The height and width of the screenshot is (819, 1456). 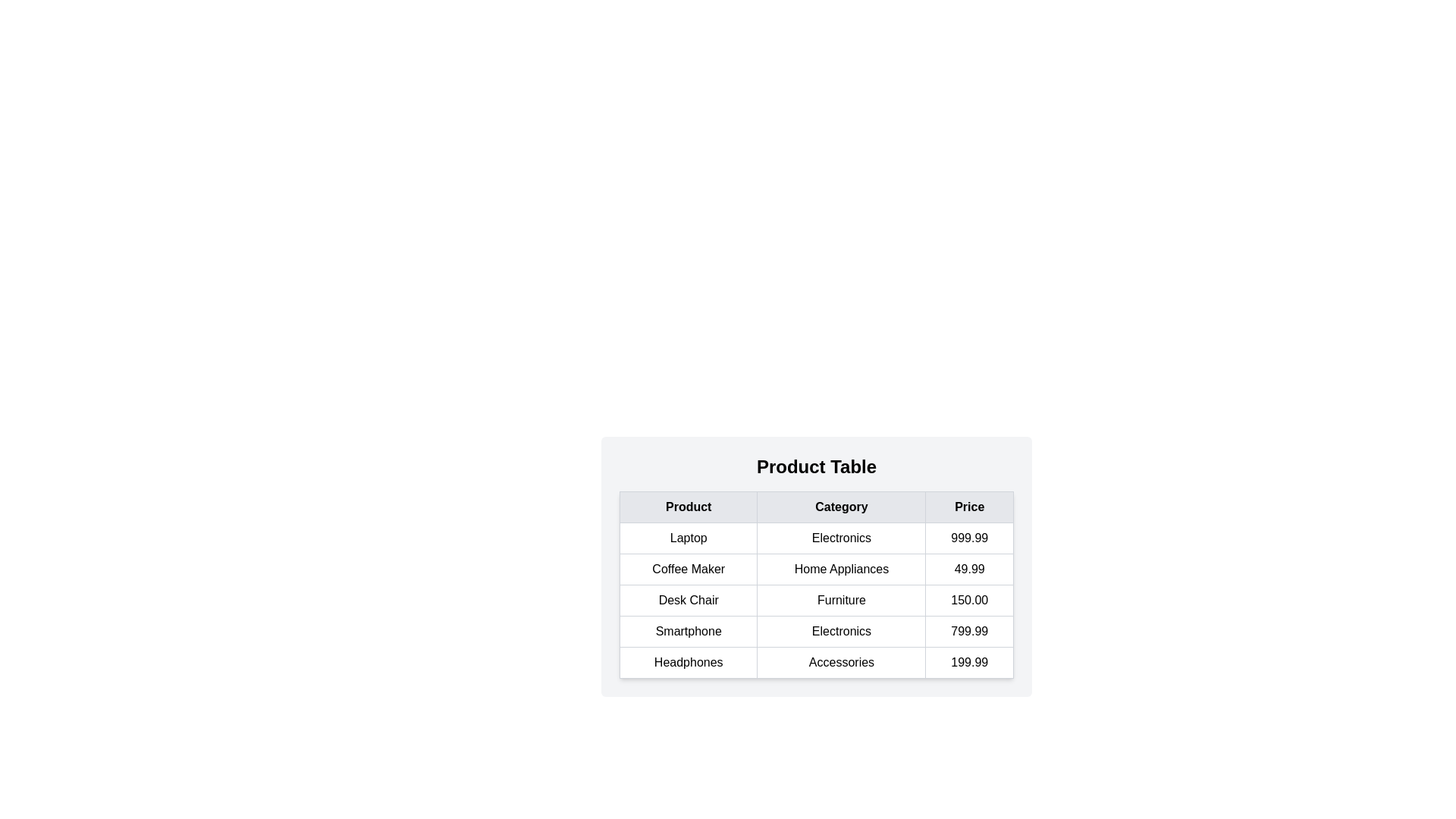 What do you see at coordinates (968, 662) in the screenshot?
I see `the static text element displaying the price '199.99' in the 'Price' column for the 'Headphones' row` at bounding box center [968, 662].